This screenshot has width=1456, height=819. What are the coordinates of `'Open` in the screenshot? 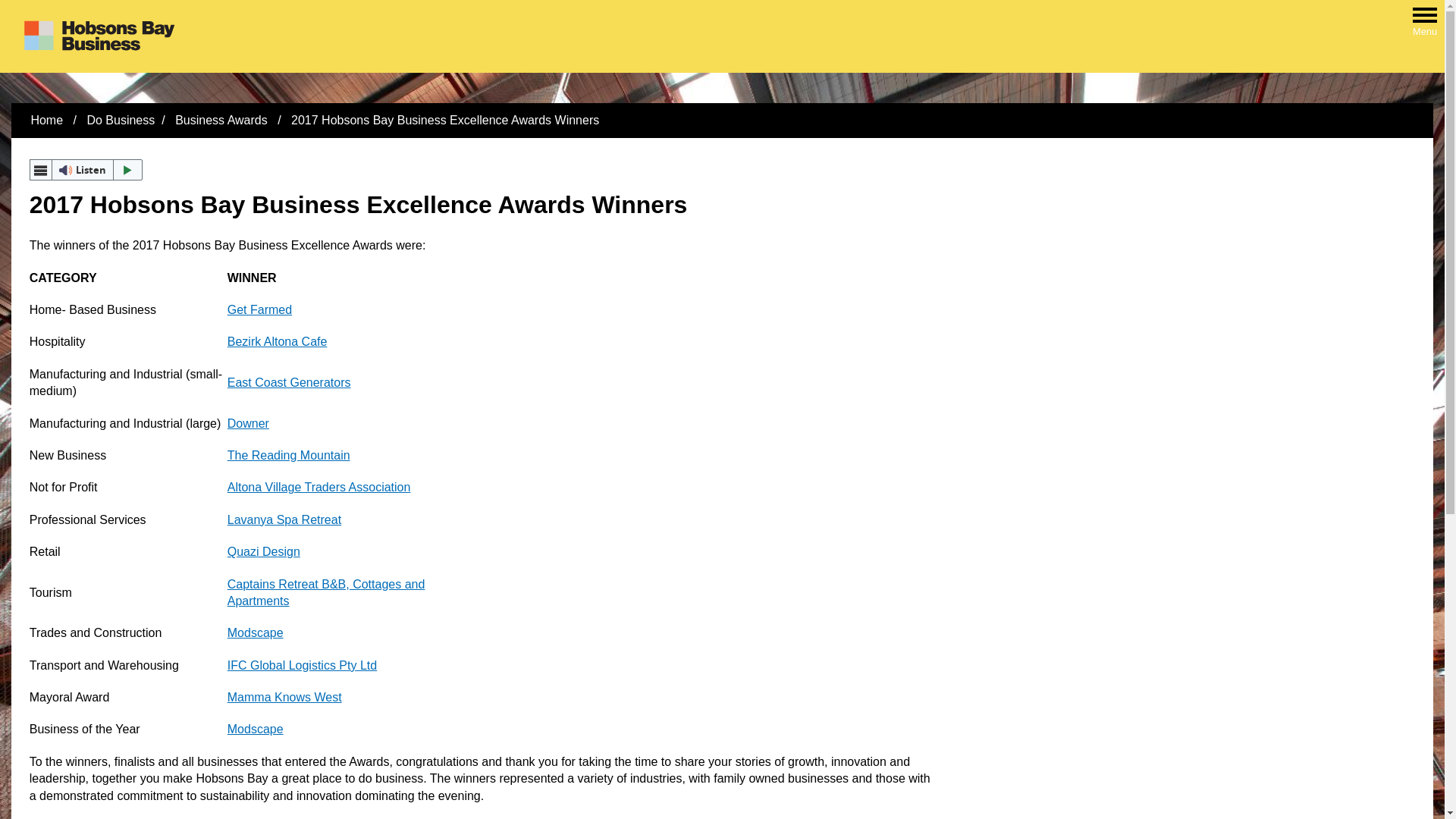 It's located at (1423, 17).